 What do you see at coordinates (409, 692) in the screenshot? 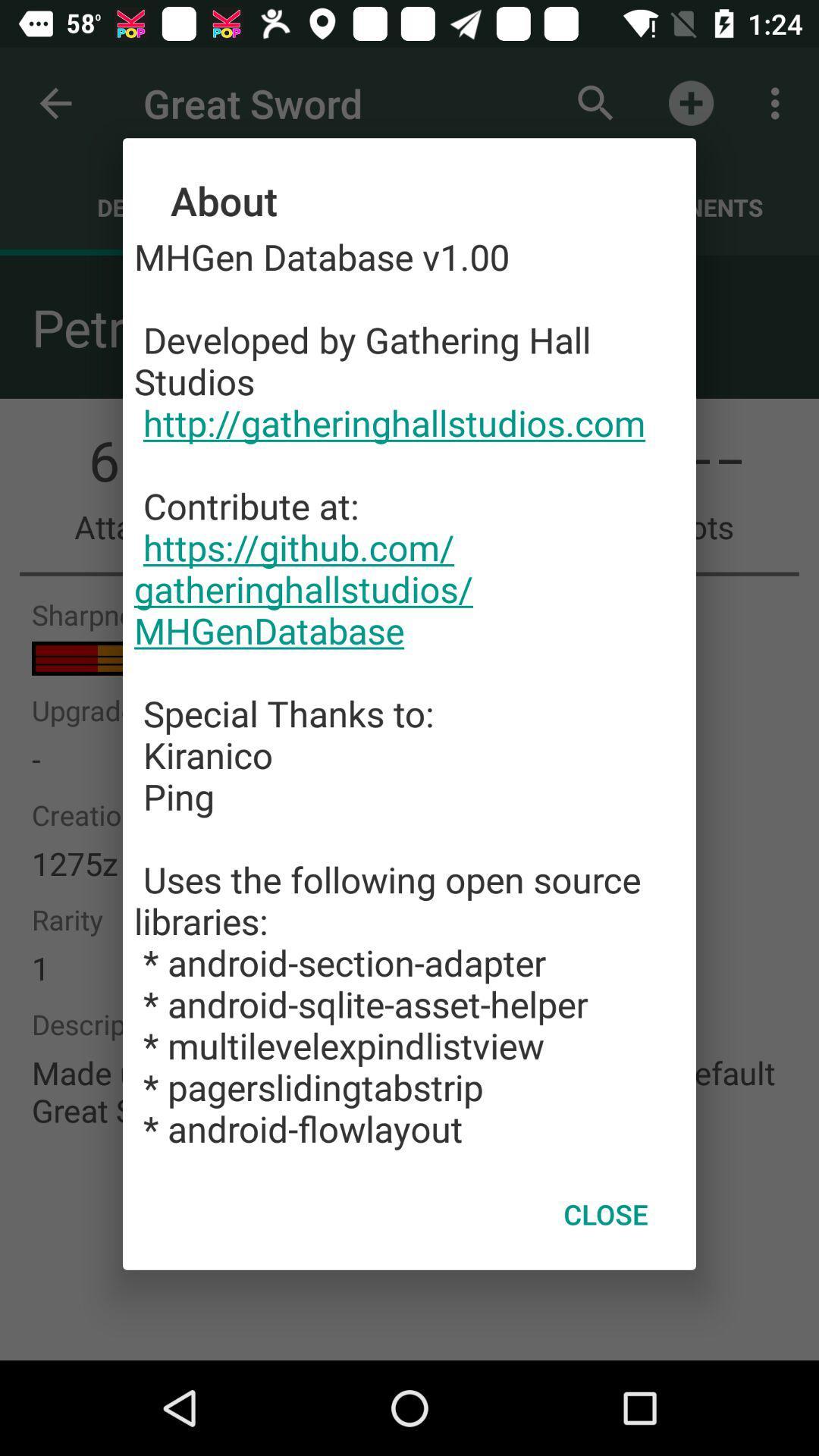
I see `mhgen database v1` at bounding box center [409, 692].